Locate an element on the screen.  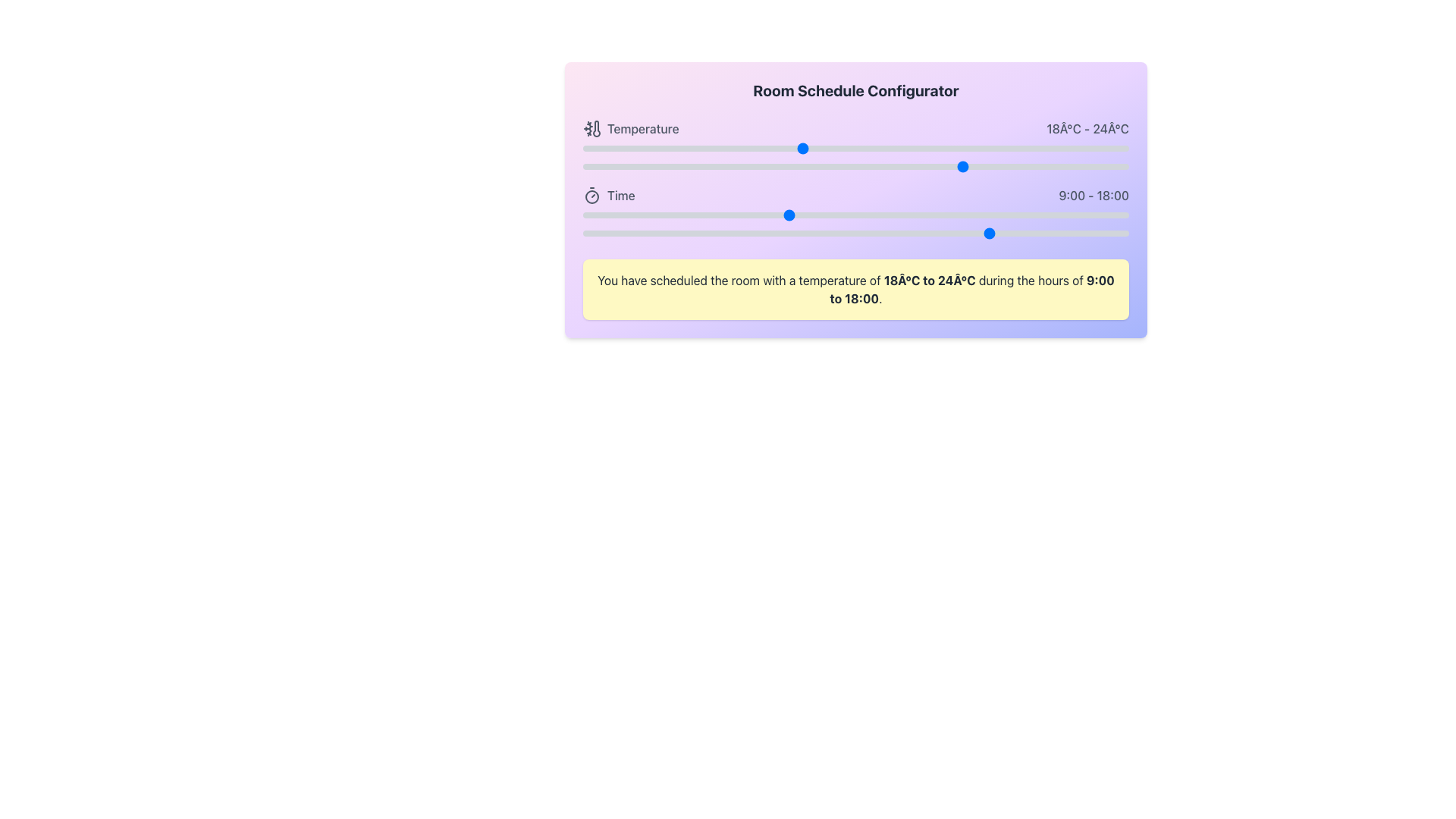
the slider is located at coordinates (937, 146).